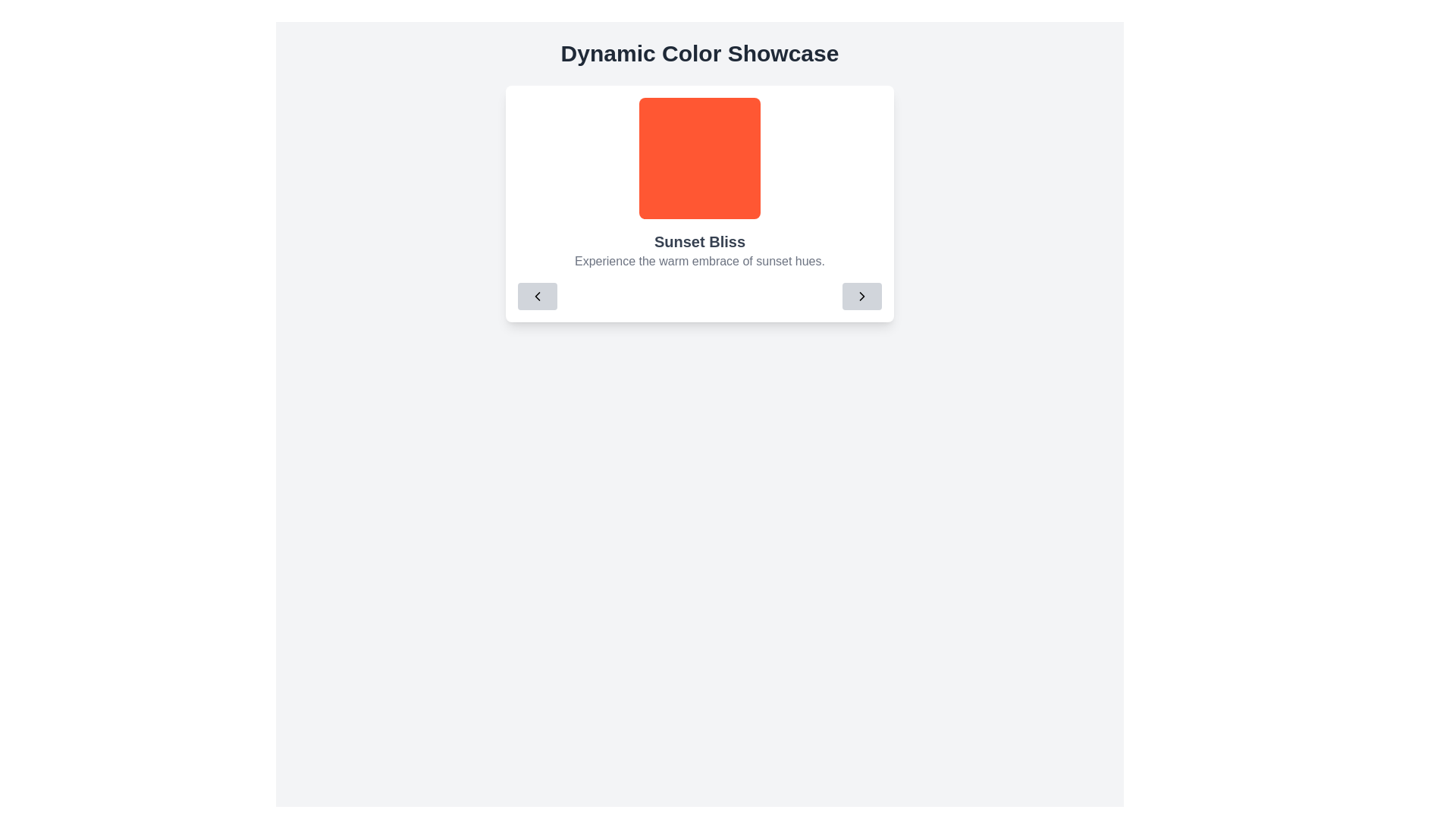 The image size is (1456, 819). I want to click on the rightward-pointing chevron arrow icon located in the lower-right corner of the 'Sunset Bliss' card-like panel, so click(862, 296).